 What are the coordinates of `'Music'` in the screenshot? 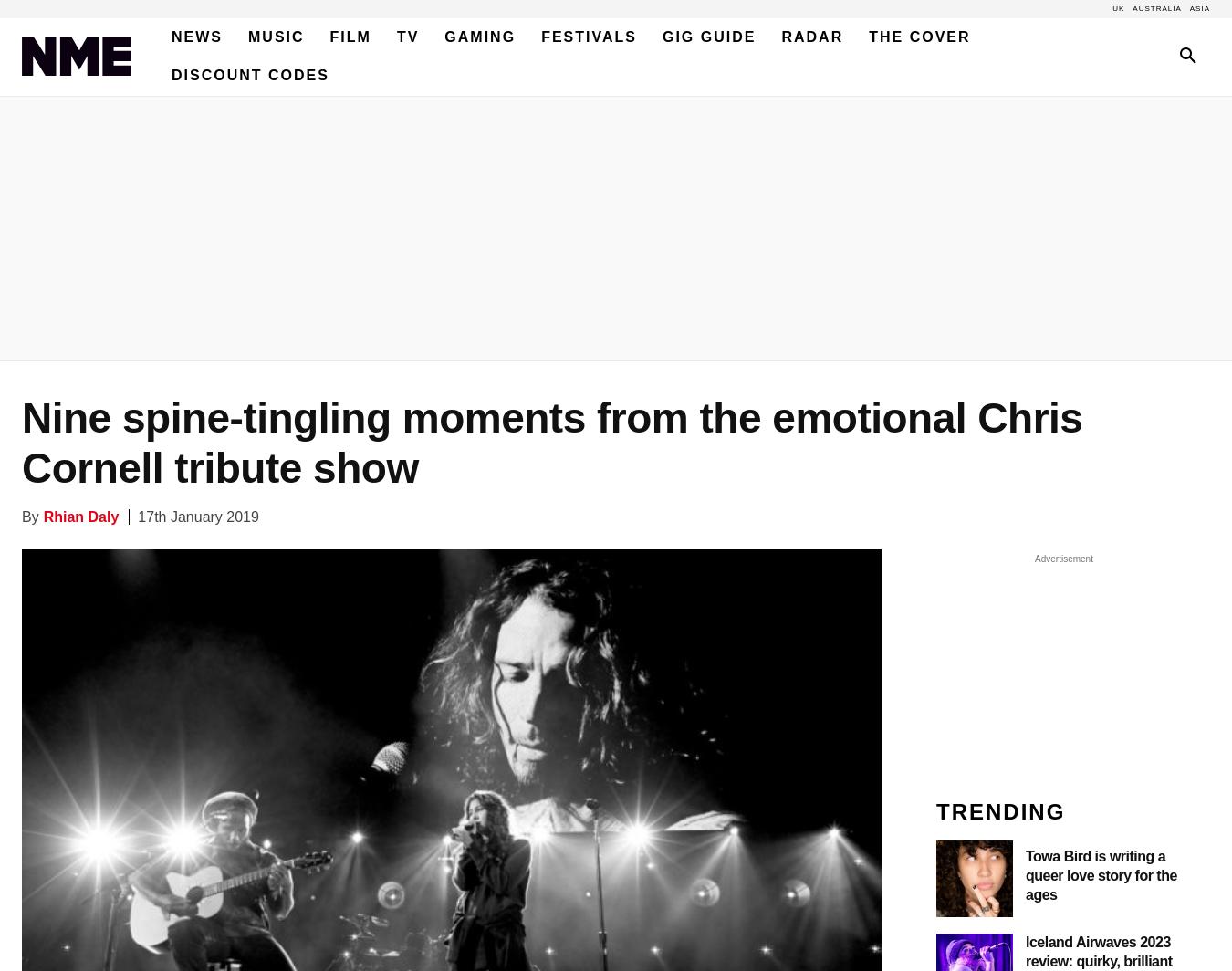 It's located at (247, 37).